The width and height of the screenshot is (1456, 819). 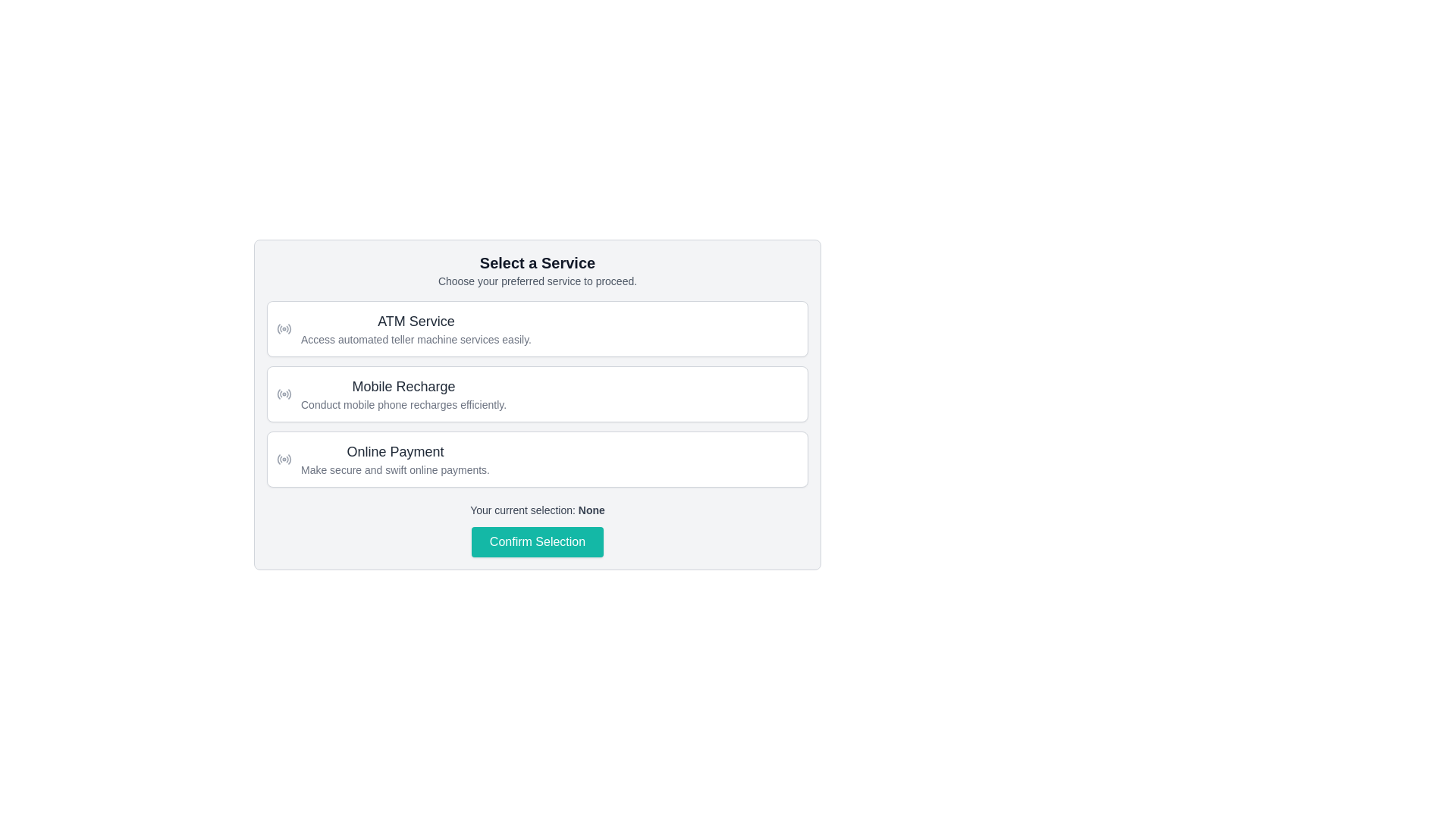 What do you see at coordinates (284, 394) in the screenshot?
I see `the circular icon with a radio wave design, located in the left section of the 'Mobile Recharge' list entry, next to the section's title text` at bounding box center [284, 394].